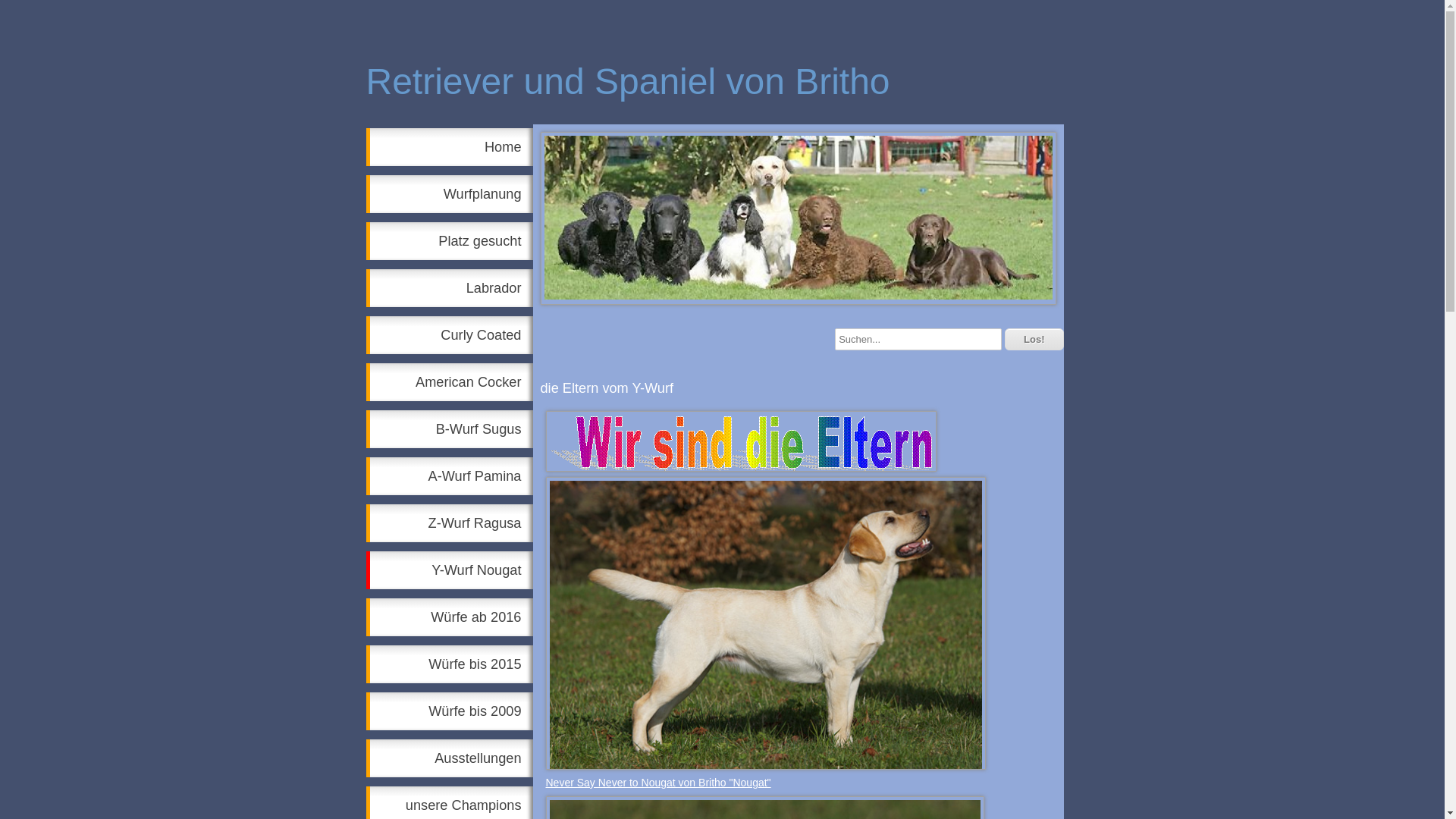  Describe the element at coordinates (447, 146) in the screenshot. I see `'Home'` at that location.